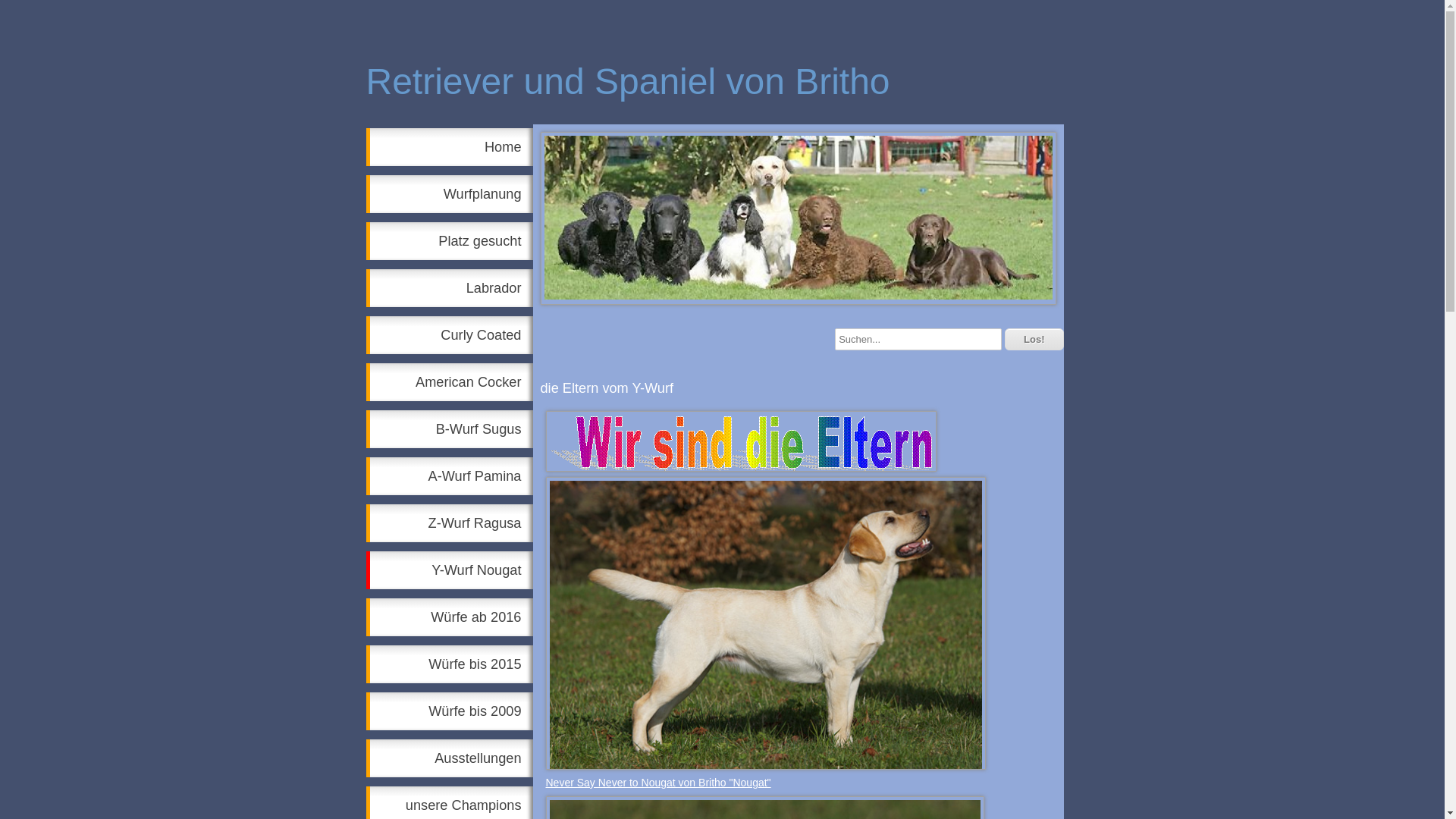  Describe the element at coordinates (447, 146) in the screenshot. I see `'Home'` at that location.